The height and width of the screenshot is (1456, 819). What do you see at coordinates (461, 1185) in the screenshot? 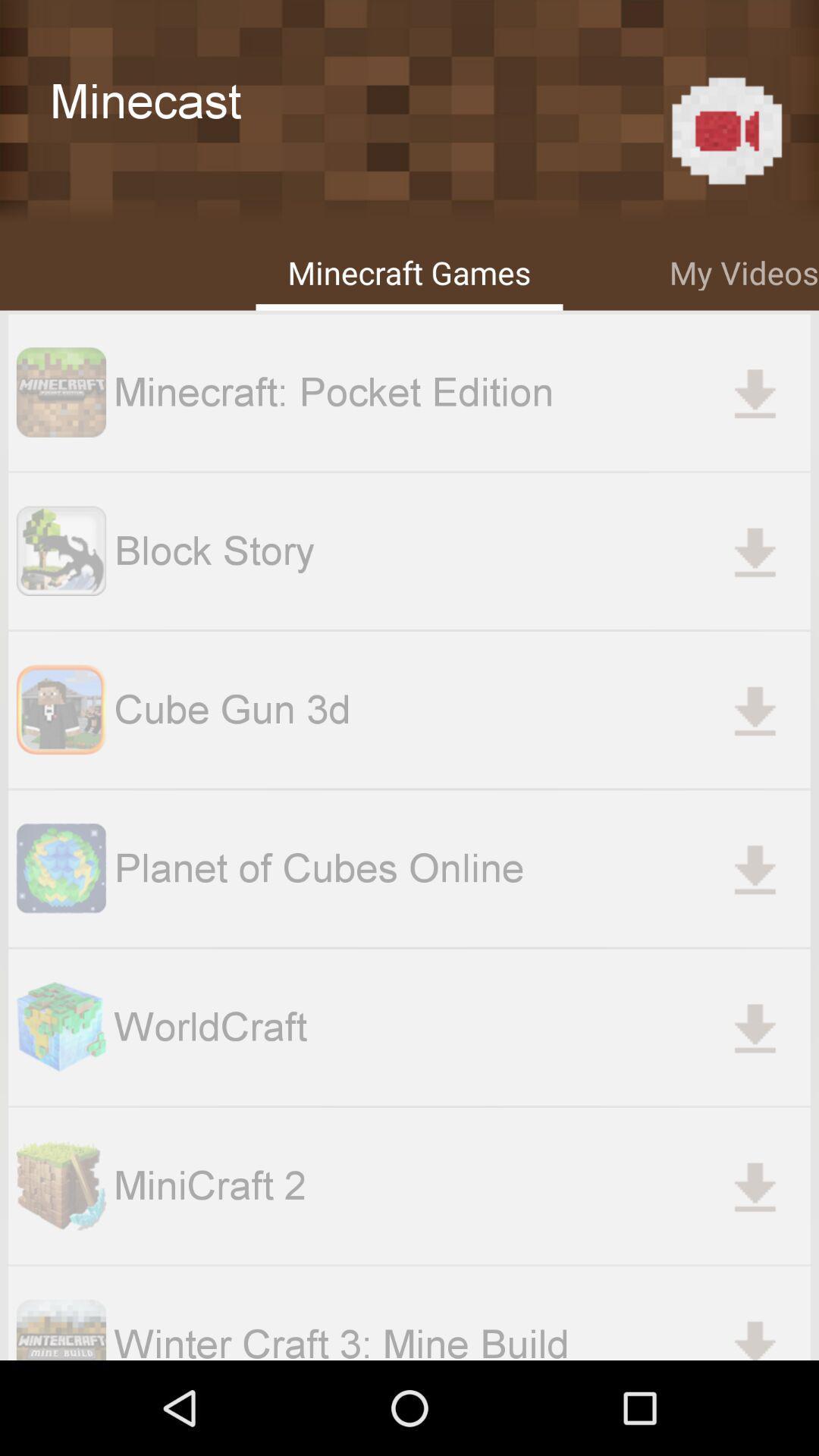
I see `minicraft 2 icon` at bounding box center [461, 1185].